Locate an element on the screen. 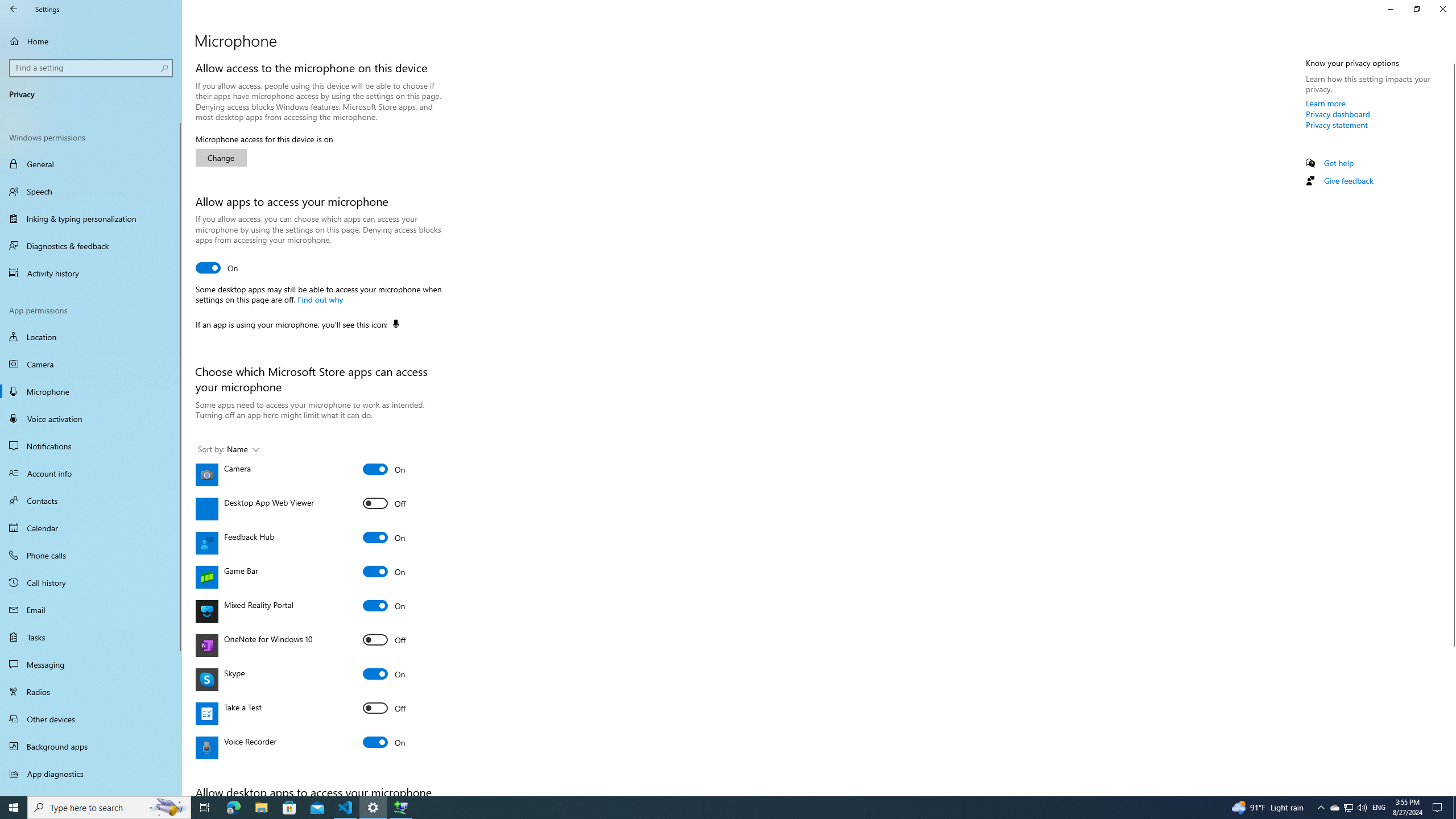 This screenshot has width=1456, height=819. 'Privacy statement' is located at coordinates (1336, 124).